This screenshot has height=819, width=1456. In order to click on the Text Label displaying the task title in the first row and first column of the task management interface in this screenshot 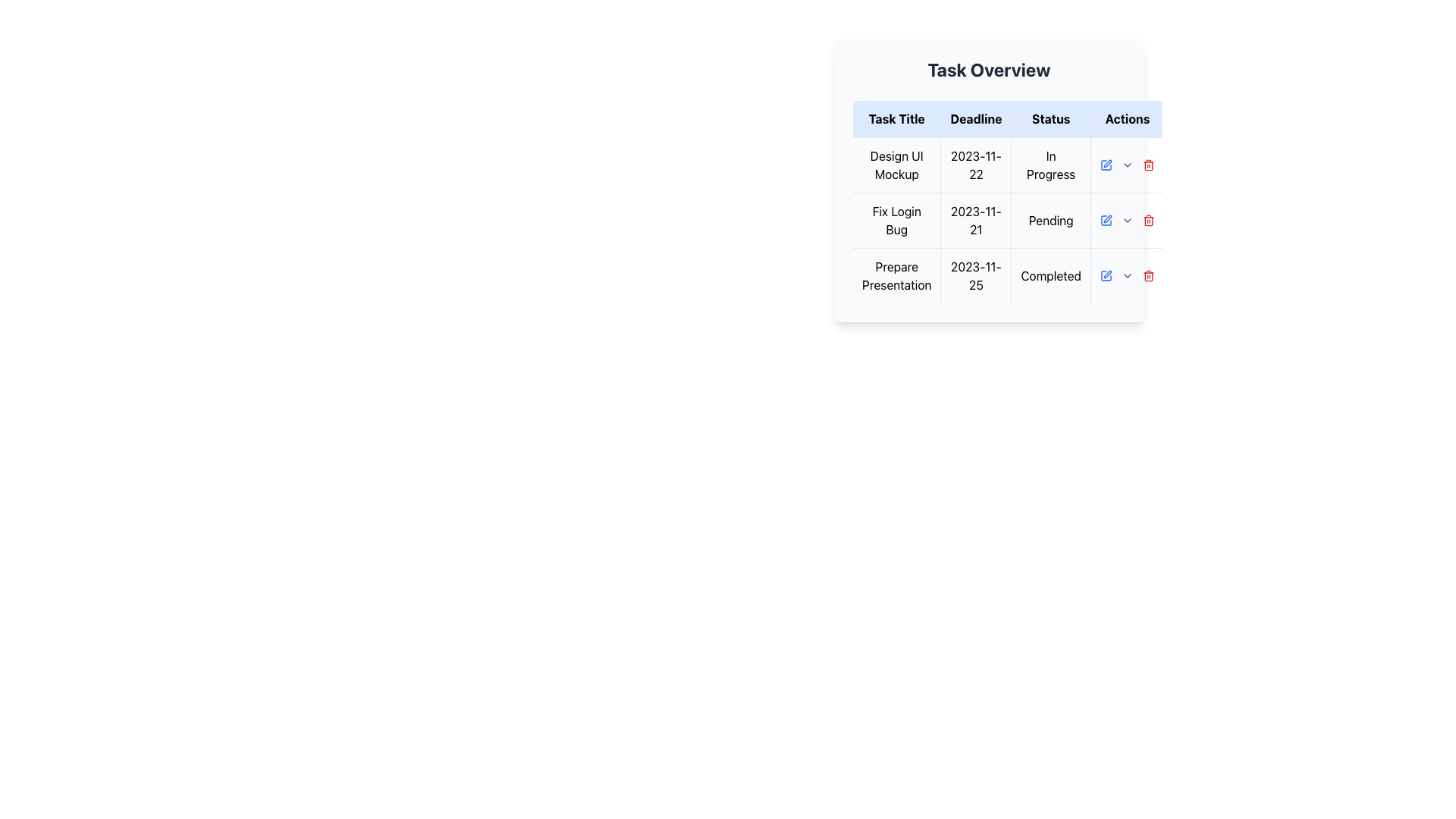, I will do `click(896, 165)`.